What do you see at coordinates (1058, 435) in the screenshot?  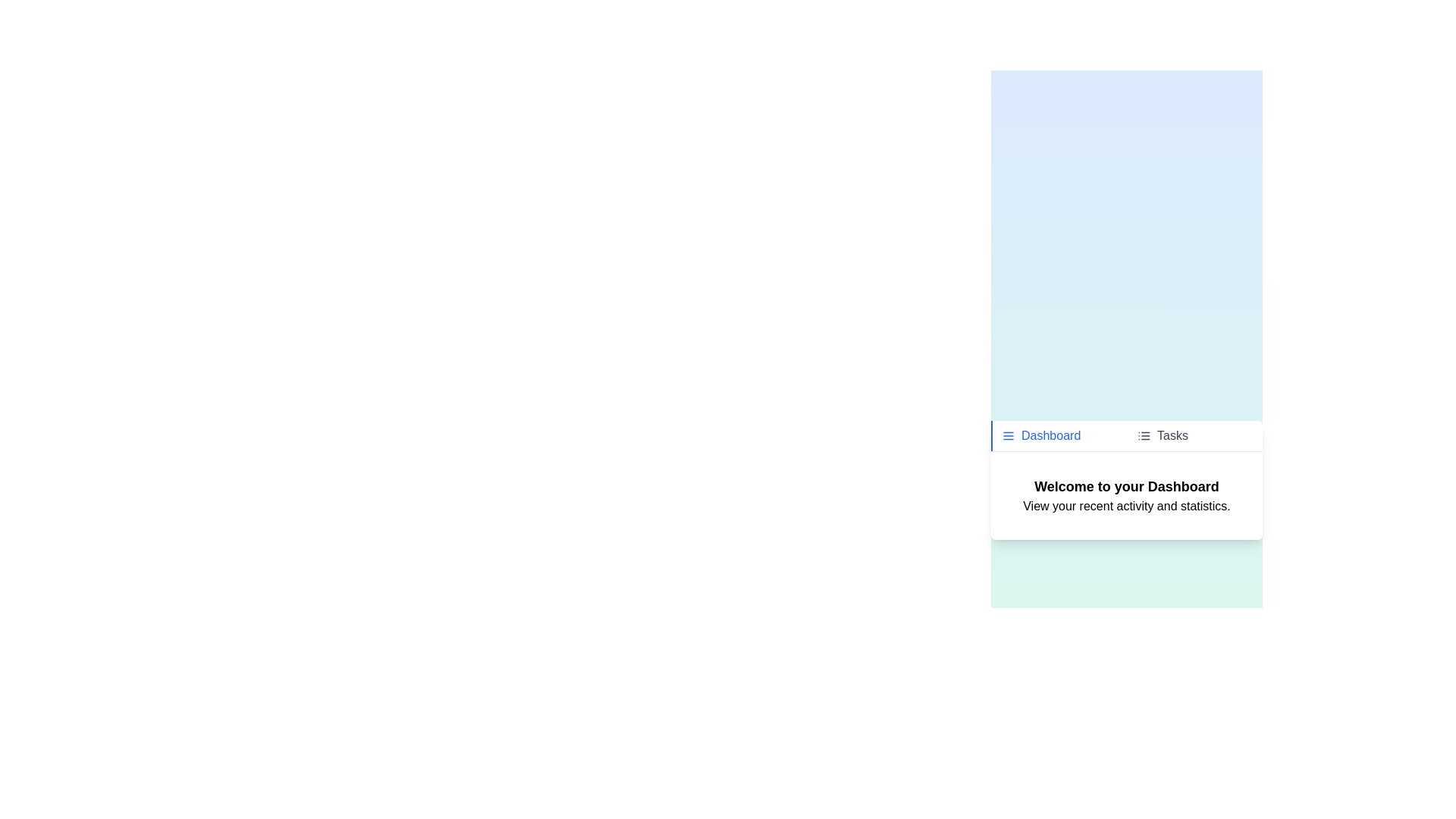 I see `the tab labeled Dashboard` at bounding box center [1058, 435].